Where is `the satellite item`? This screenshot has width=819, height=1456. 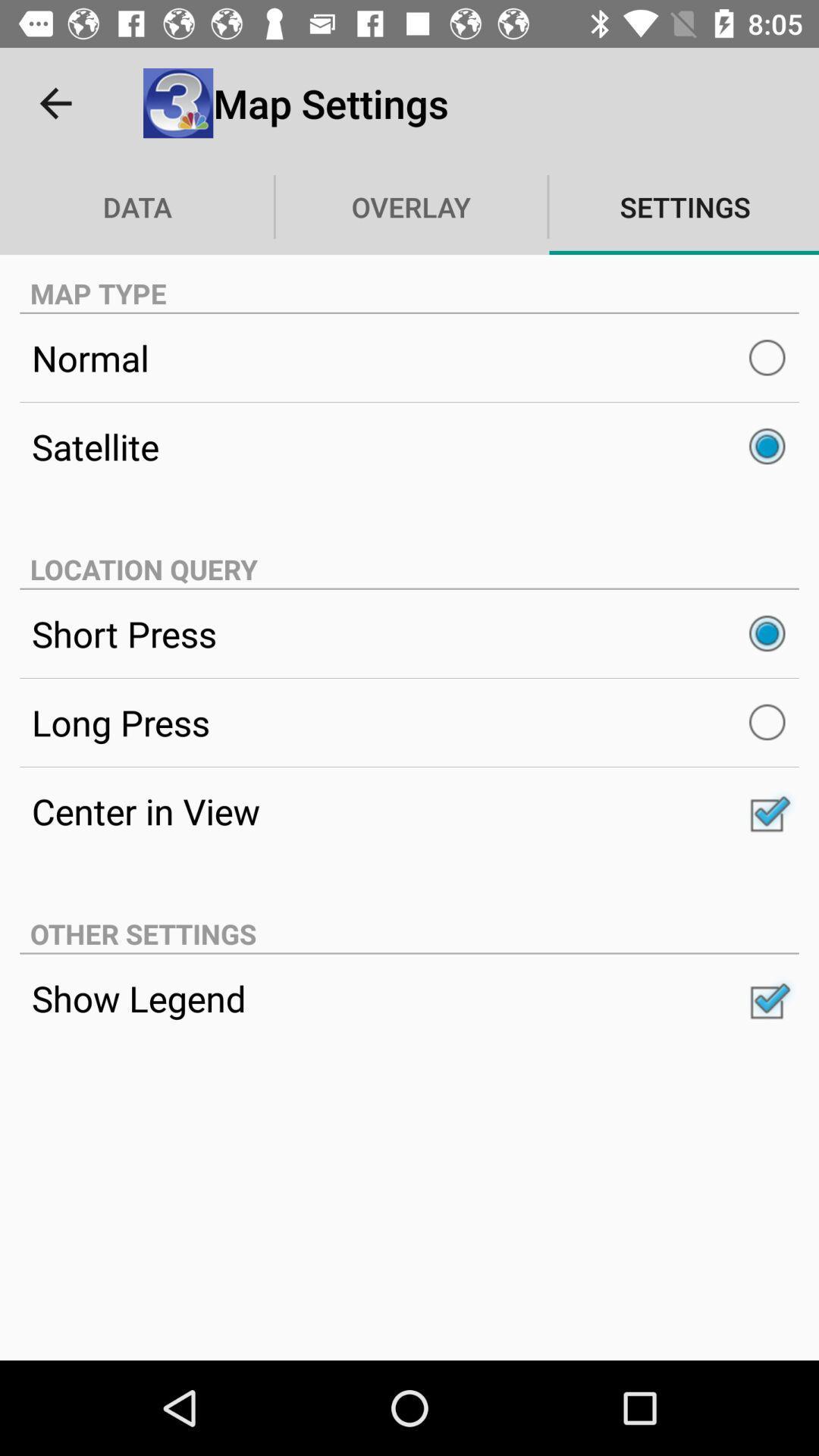 the satellite item is located at coordinates (409, 446).